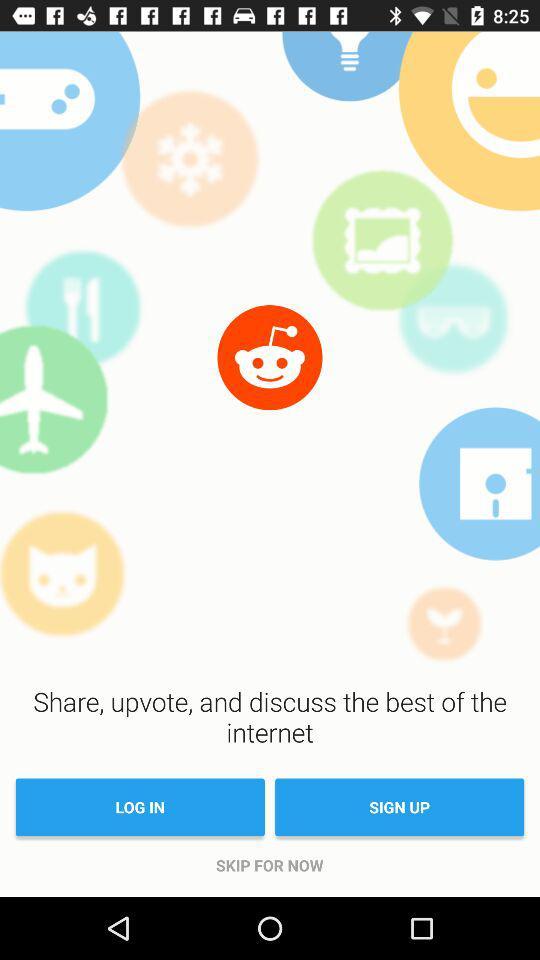 This screenshot has height=960, width=540. What do you see at coordinates (399, 807) in the screenshot?
I see `sign up item` at bounding box center [399, 807].